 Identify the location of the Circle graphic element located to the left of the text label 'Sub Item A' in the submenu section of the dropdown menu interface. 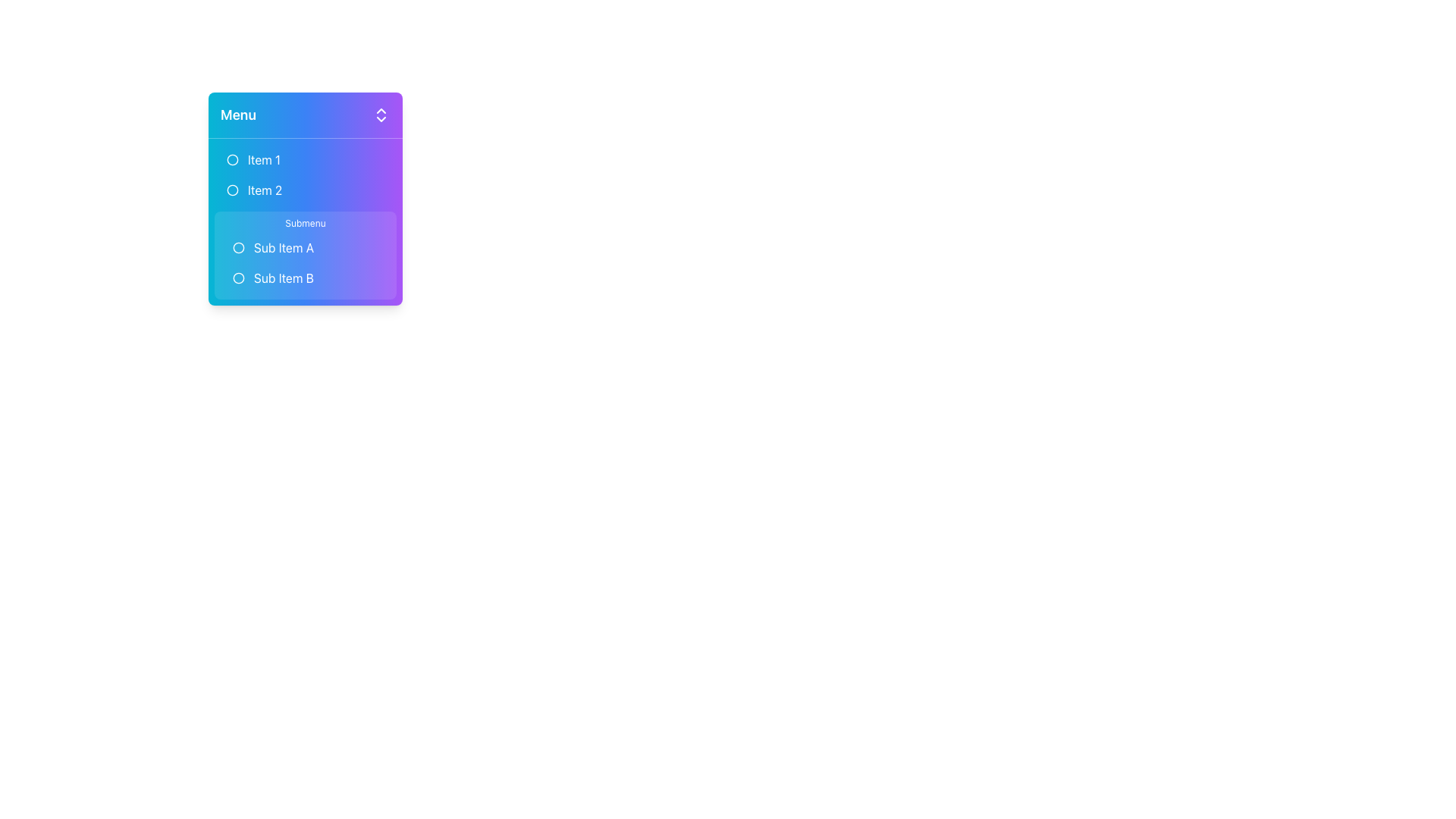
(238, 247).